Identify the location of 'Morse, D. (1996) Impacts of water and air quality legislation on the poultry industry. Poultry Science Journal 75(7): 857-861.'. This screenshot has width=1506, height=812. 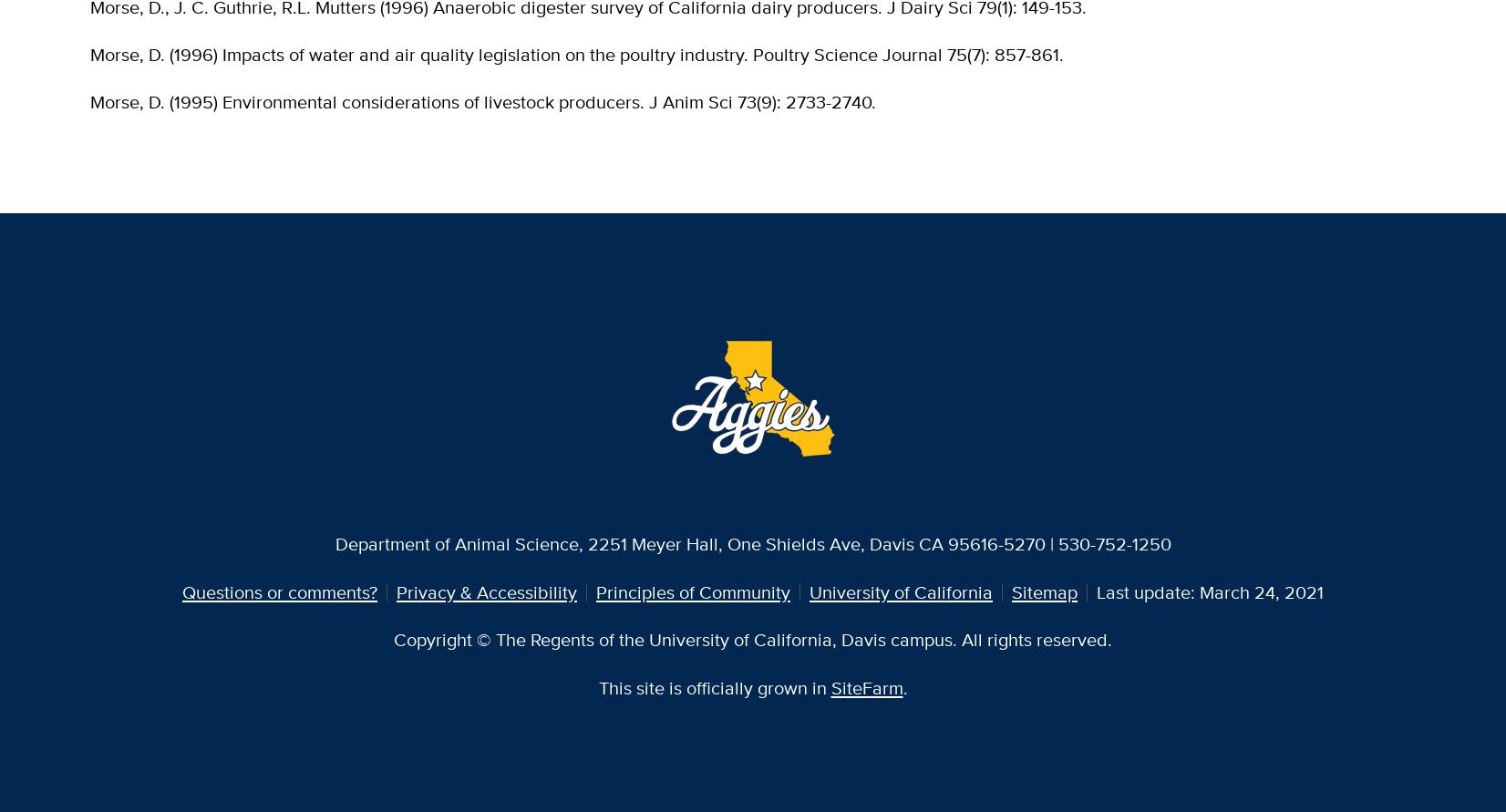
(577, 54).